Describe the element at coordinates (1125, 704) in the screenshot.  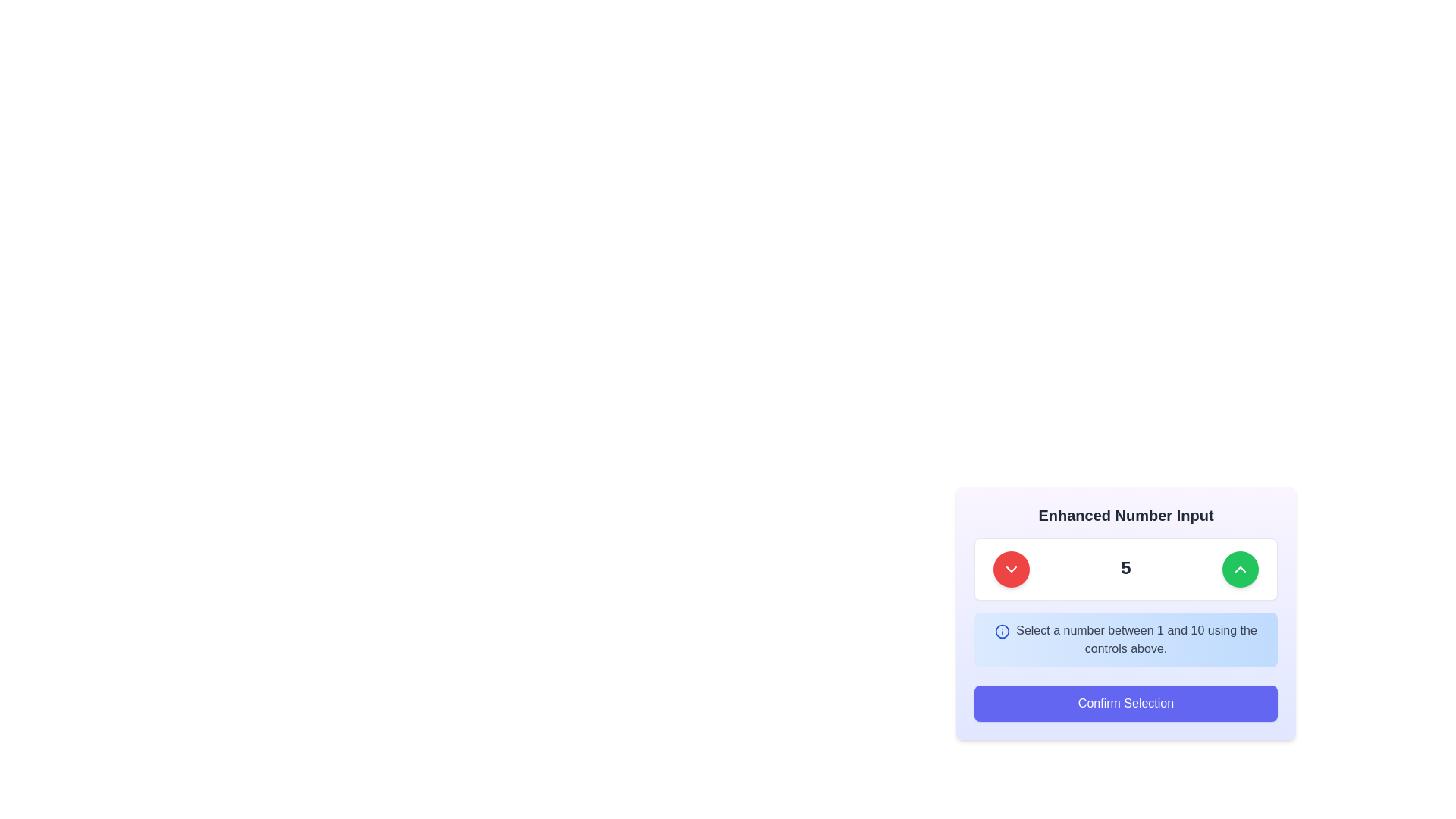
I see `the confirmation button located at the bottom of the card in the lower right part of the viewport to confirm the user's selection of a number from the input above` at that location.